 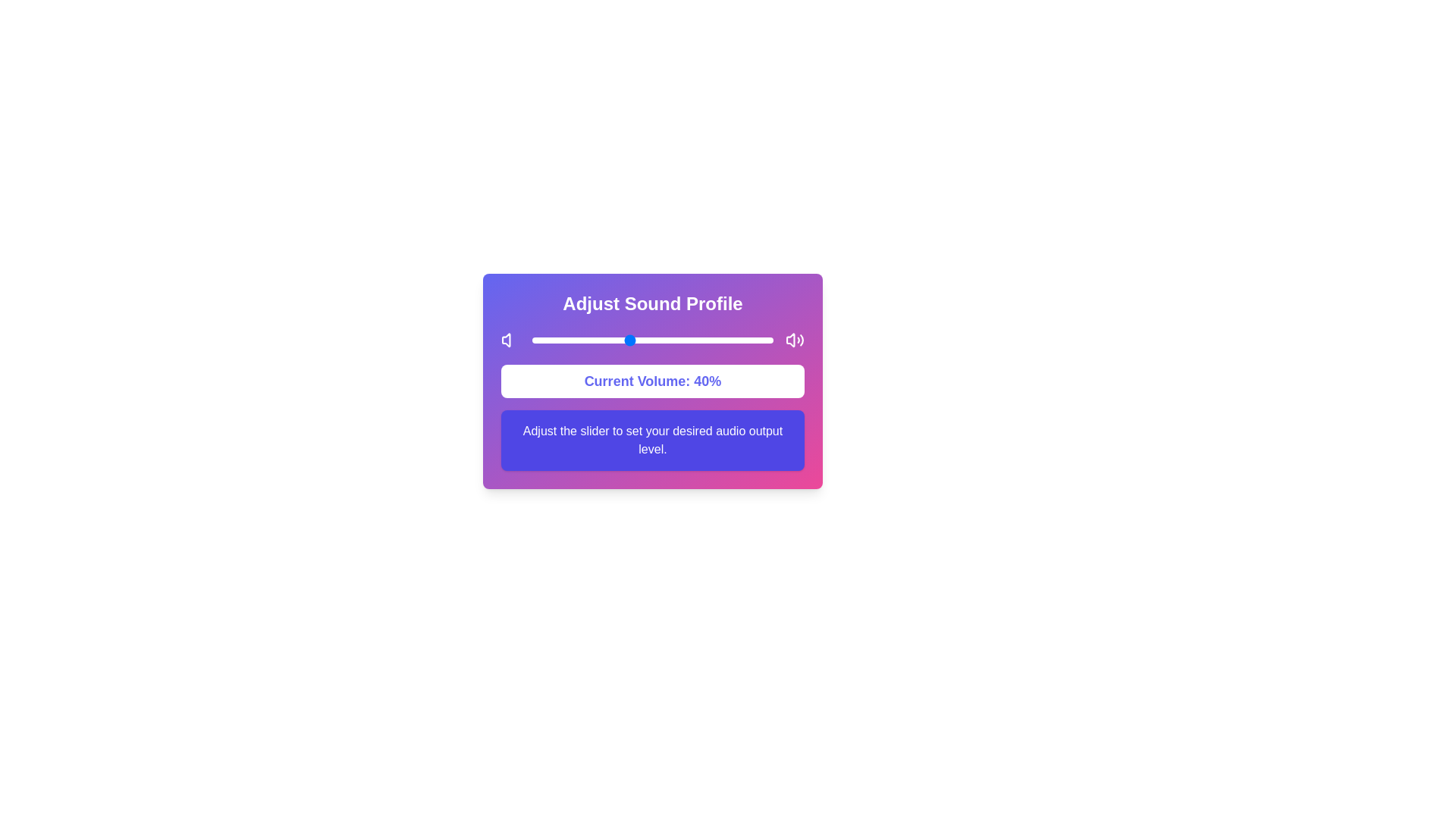 What do you see at coordinates (704, 339) in the screenshot?
I see `the slider to set the sound level to 72` at bounding box center [704, 339].